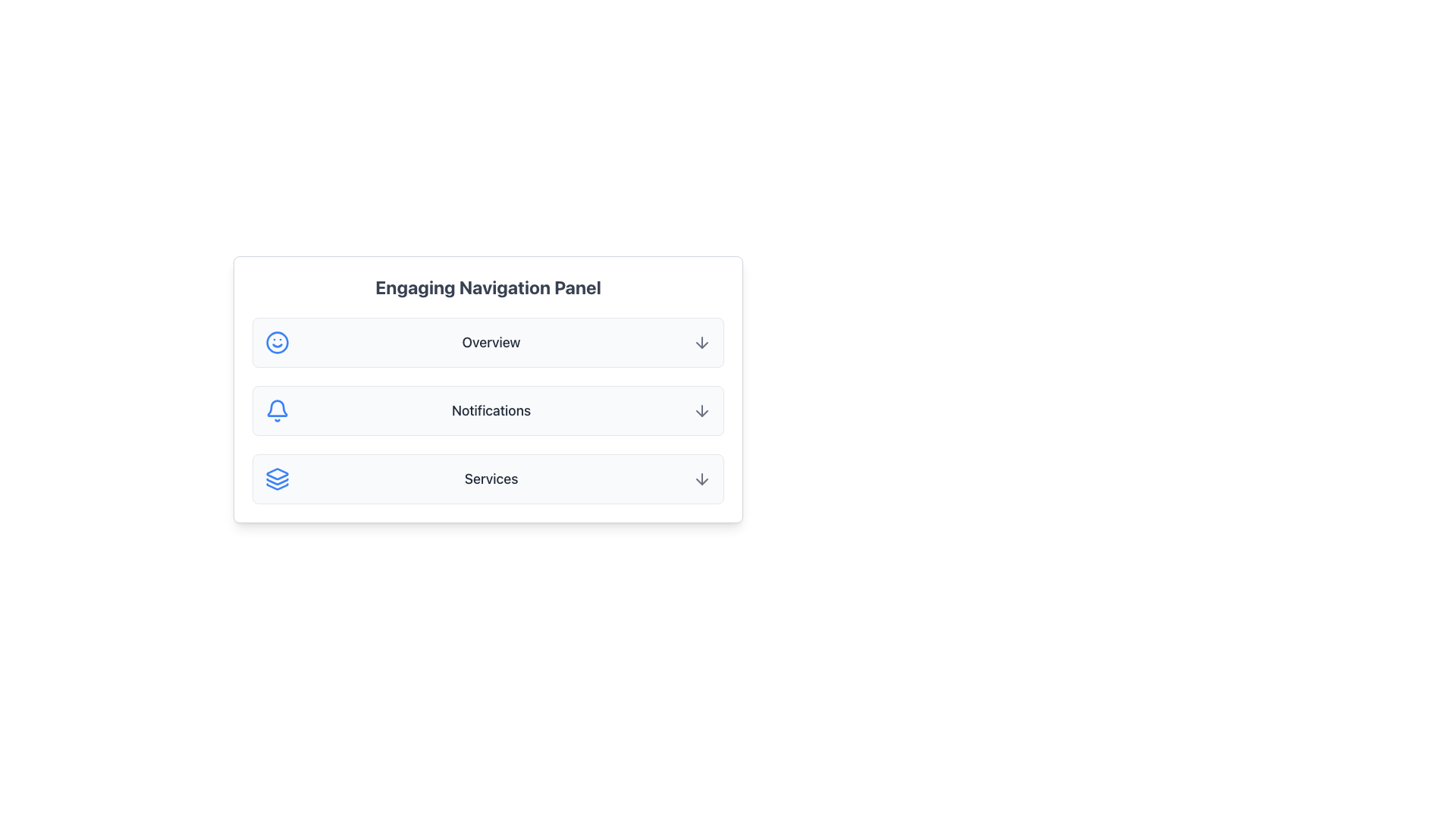 The width and height of the screenshot is (1456, 819). I want to click on the icon with a blue outline resembling two stacked layers with rounded edges, located in the third row of the navigation panel below the 'Notifications' section, adjacent to the label 'Services', so click(277, 473).